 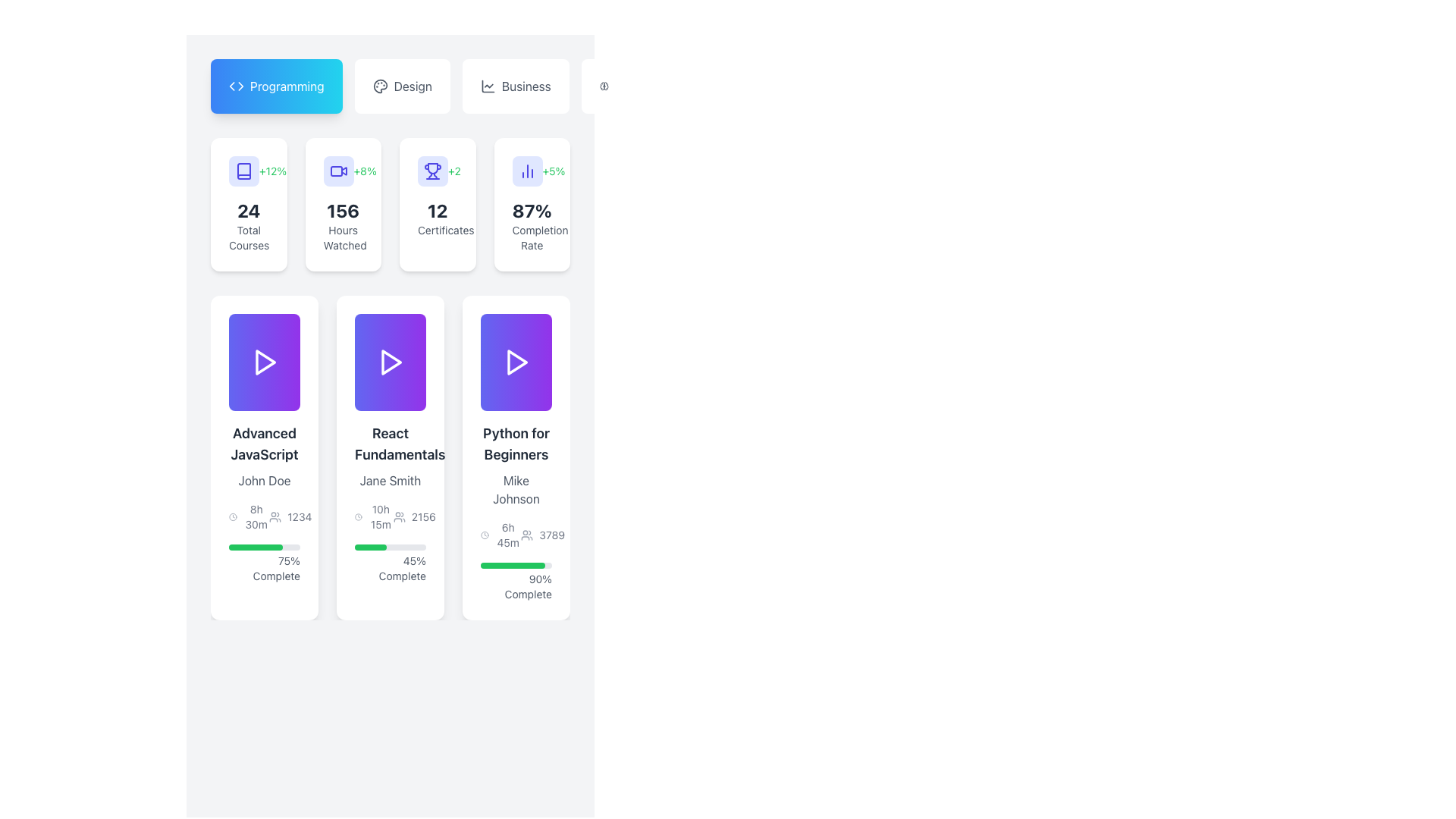 What do you see at coordinates (265, 480) in the screenshot?
I see `the Text Label displaying the instructor's name, which is located below the course title 'Advanced JavaScript' and above the details such as duration and participants` at bounding box center [265, 480].